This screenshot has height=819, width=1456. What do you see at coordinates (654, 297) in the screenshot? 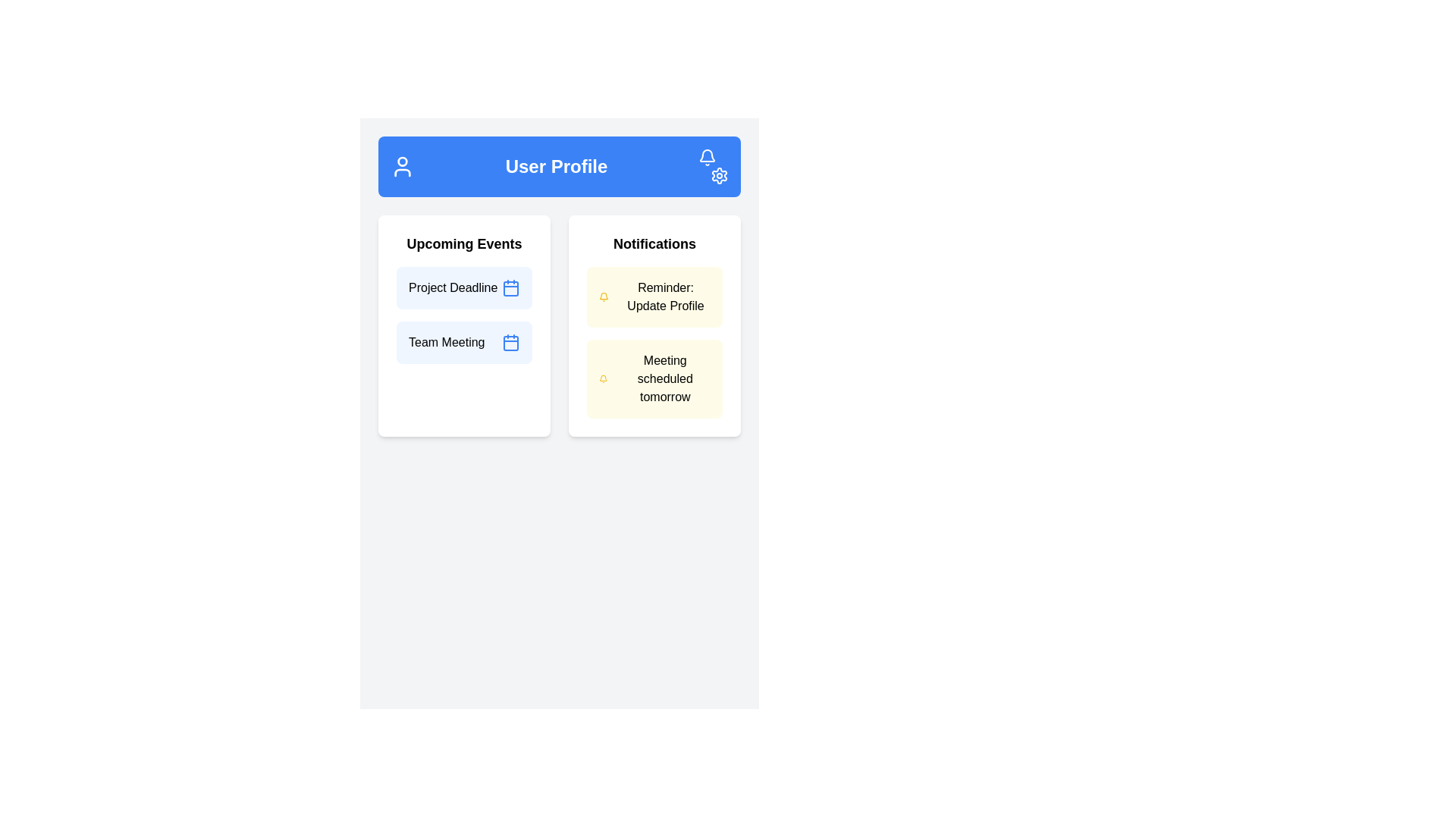
I see `the Notification card displaying a reminder message to update the user's profile, located in the right panel under 'Notifications'` at bounding box center [654, 297].